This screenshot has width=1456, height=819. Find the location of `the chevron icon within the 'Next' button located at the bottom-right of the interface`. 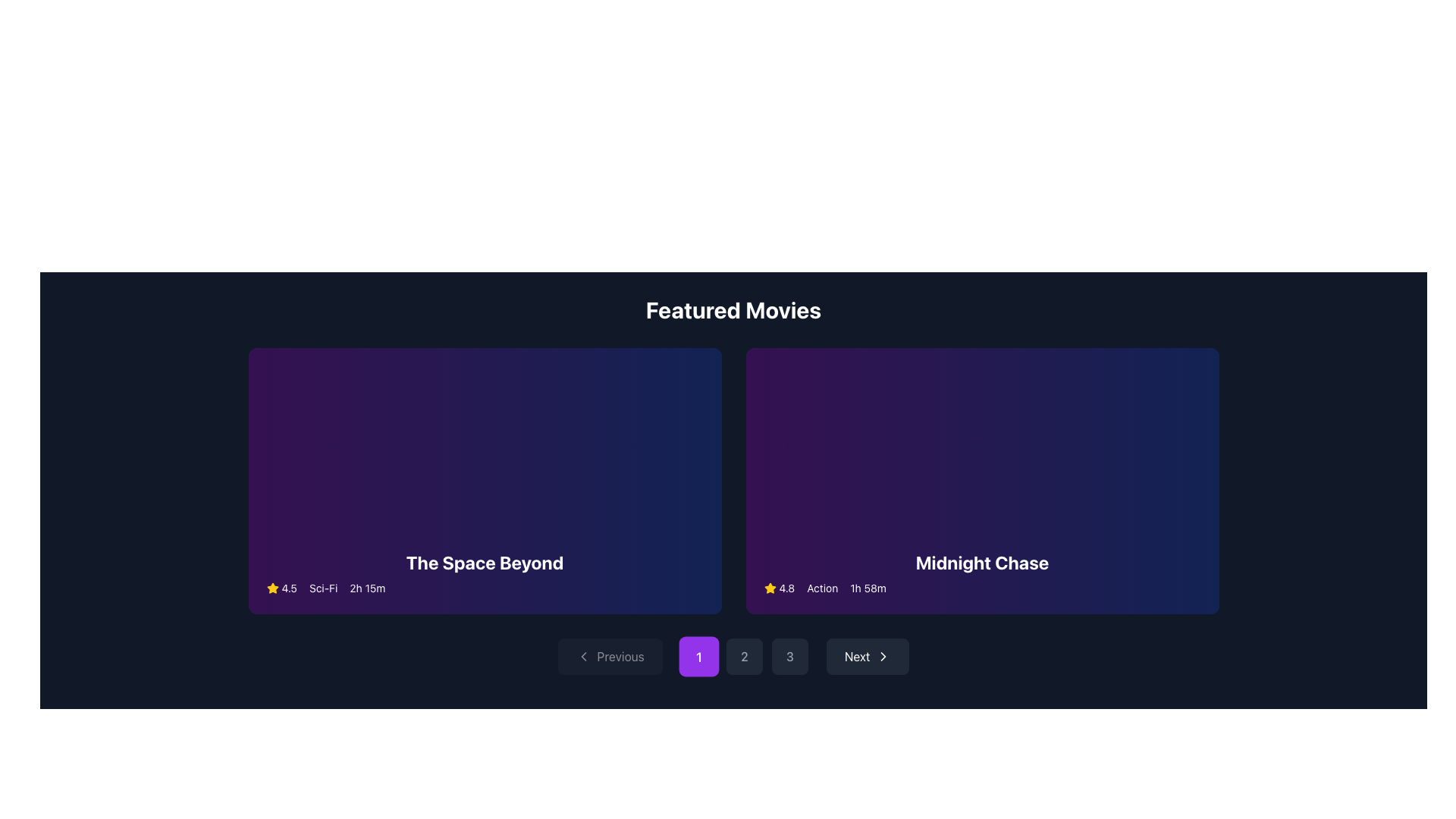

the chevron icon within the 'Next' button located at the bottom-right of the interface is located at coordinates (883, 656).